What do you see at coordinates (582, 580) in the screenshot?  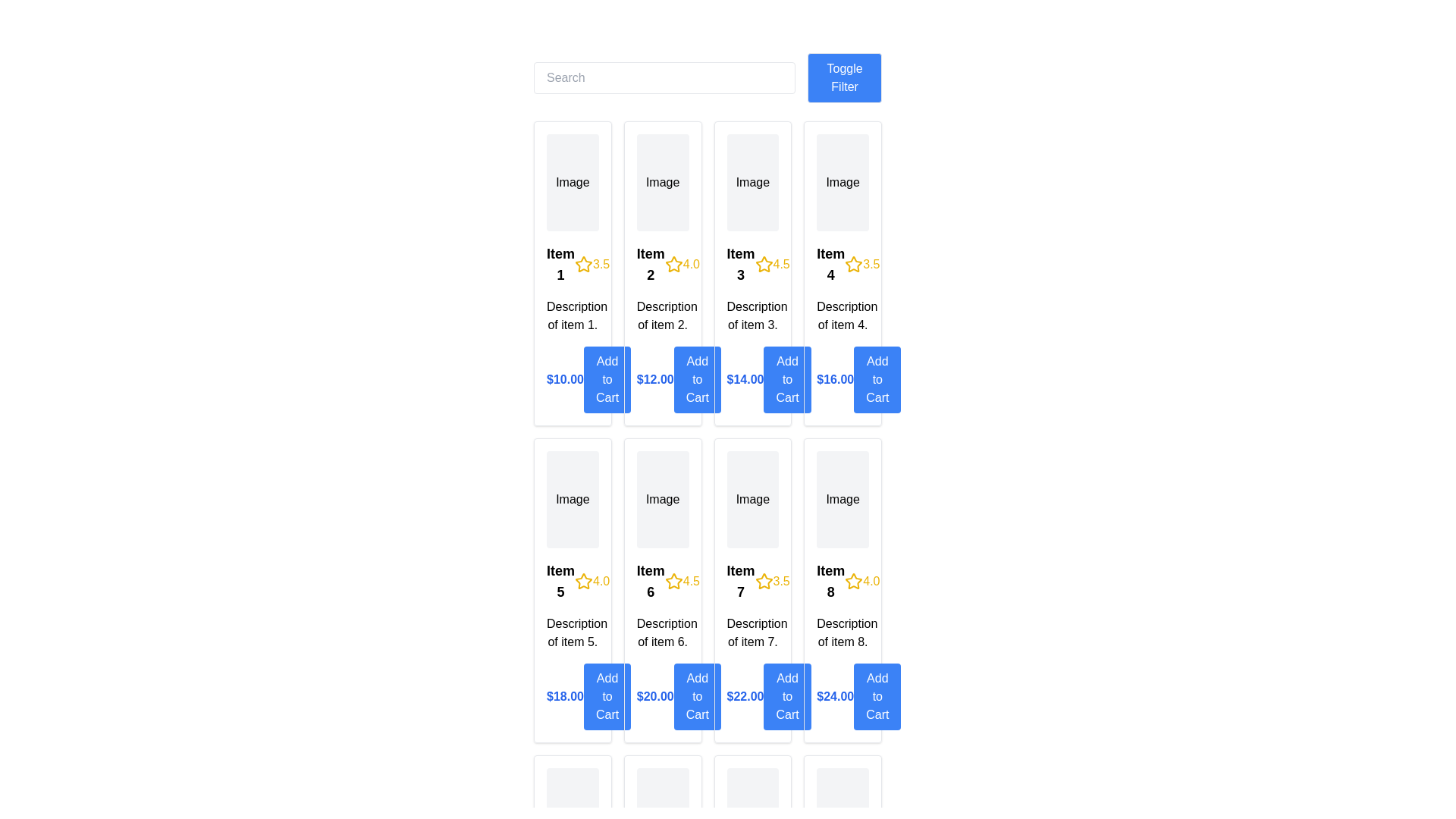 I see `the yellow decorative star icon in the rating component, which is the first star adjacent to the label '4.0' for 'Item 5'` at bounding box center [582, 580].